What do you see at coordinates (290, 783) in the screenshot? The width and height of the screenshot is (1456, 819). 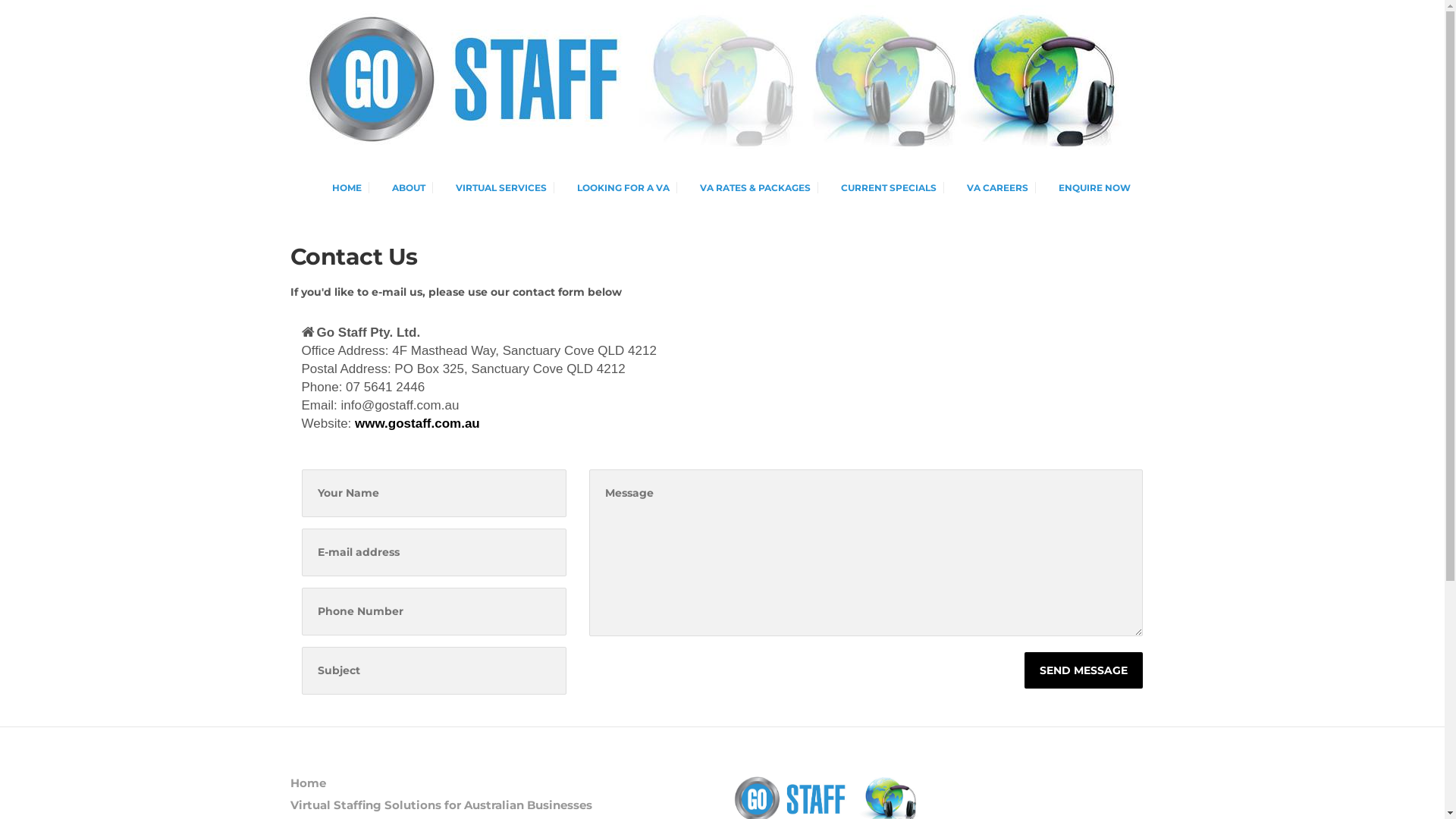 I see `'Home'` at bounding box center [290, 783].